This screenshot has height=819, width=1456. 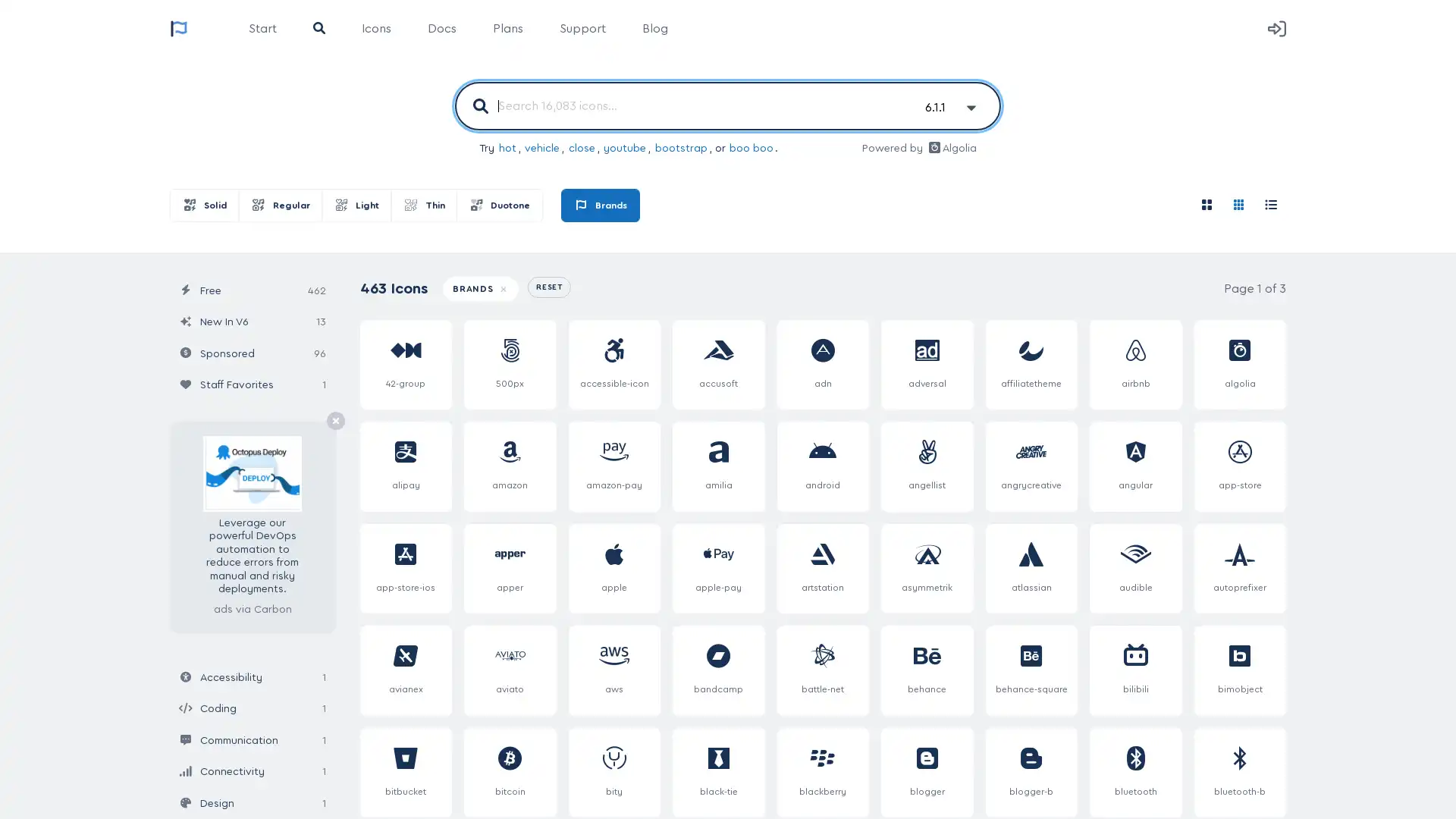 I want to click on Brands, so click(x=751, y=210).